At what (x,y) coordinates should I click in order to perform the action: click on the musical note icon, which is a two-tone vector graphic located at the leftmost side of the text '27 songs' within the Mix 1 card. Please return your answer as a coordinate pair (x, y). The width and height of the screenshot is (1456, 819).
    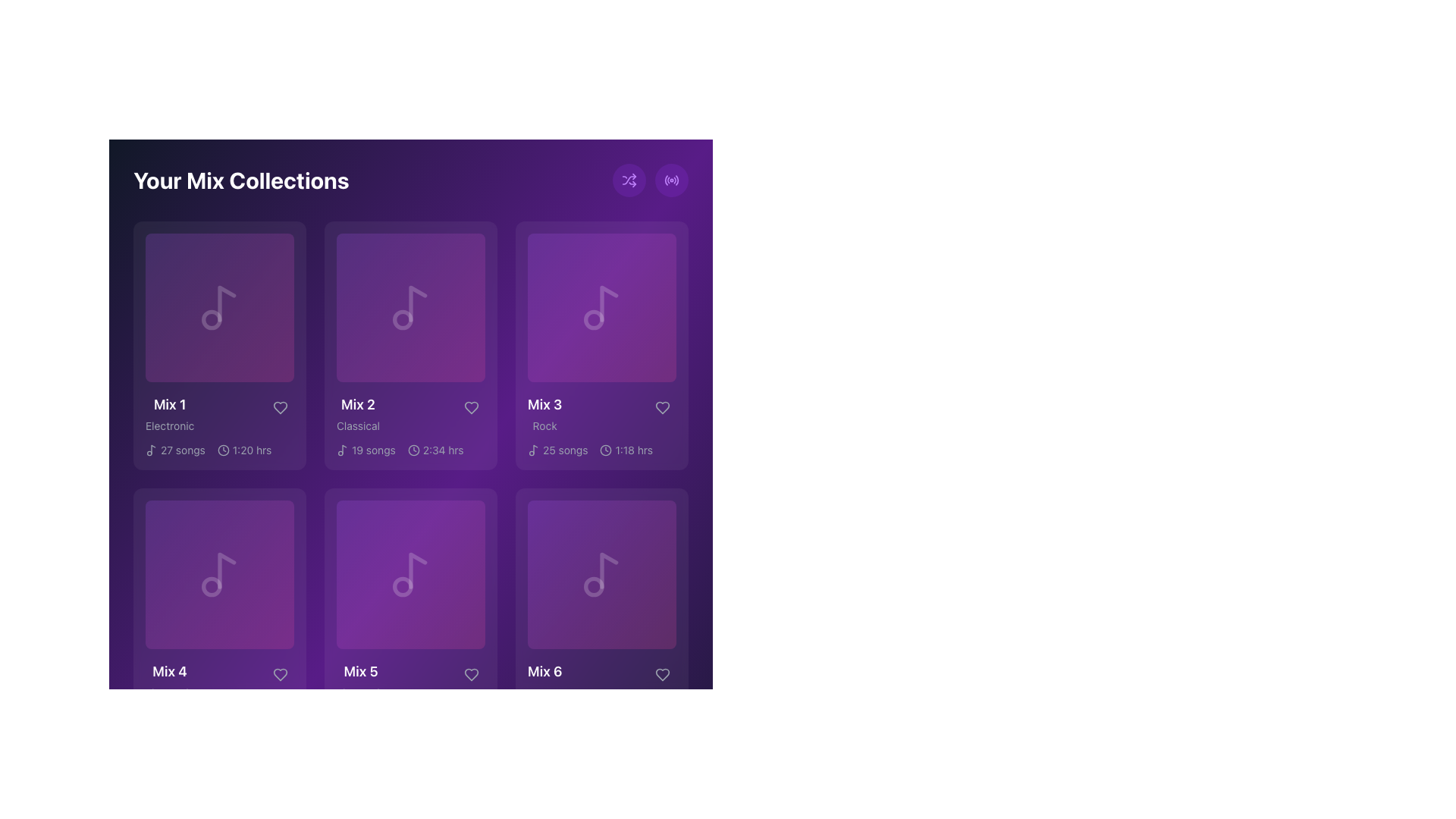
    Looking at the image, I should click on (152, 450).